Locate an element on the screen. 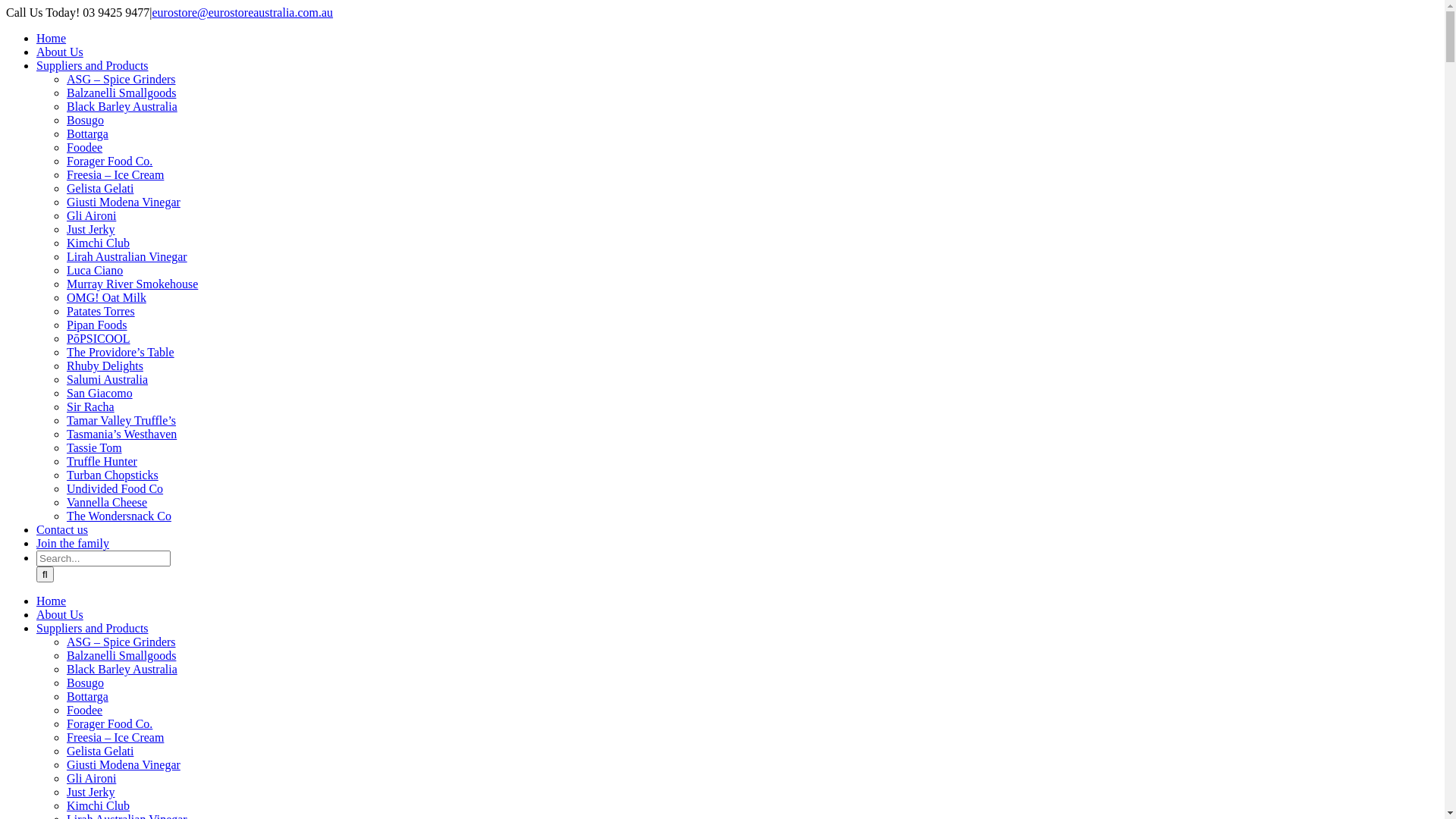  'Home' is located at coordinates (36, 600).